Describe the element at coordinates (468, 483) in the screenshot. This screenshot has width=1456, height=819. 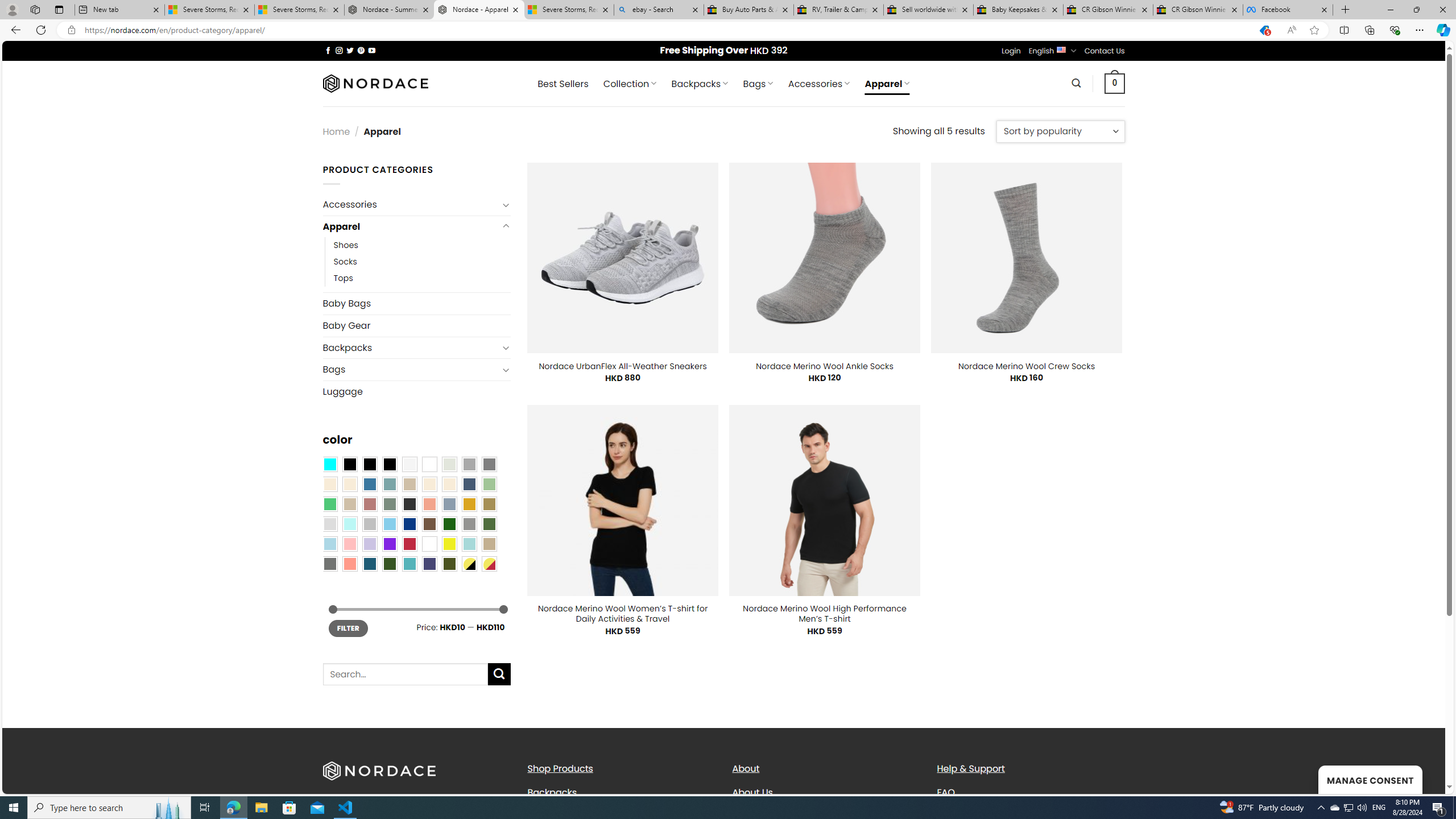
I see `'Hale Navy'` at that location.